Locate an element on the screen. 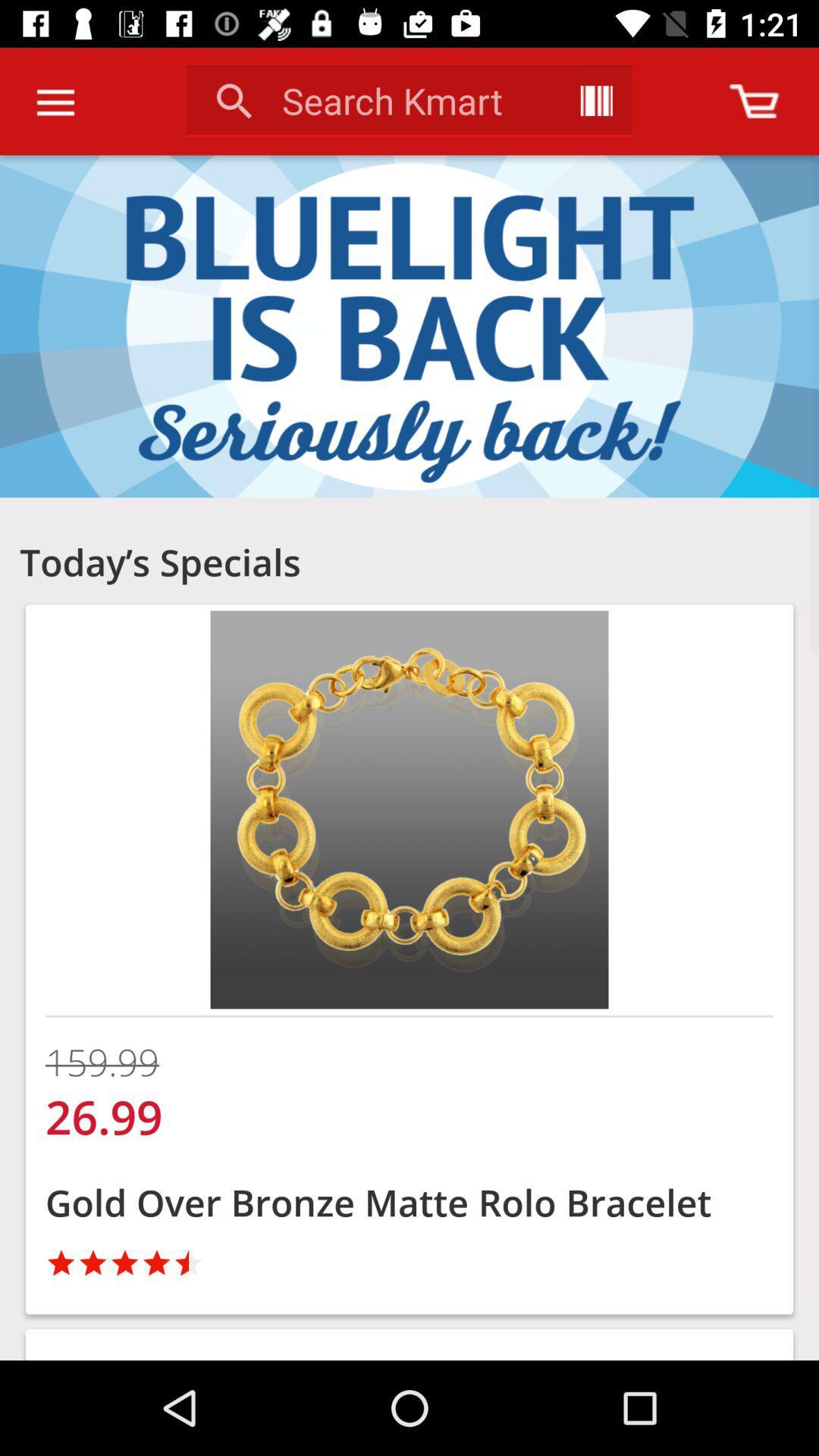 This screenshot has width=819, height=1456. scan barcode is located at coordinates (595, 100).